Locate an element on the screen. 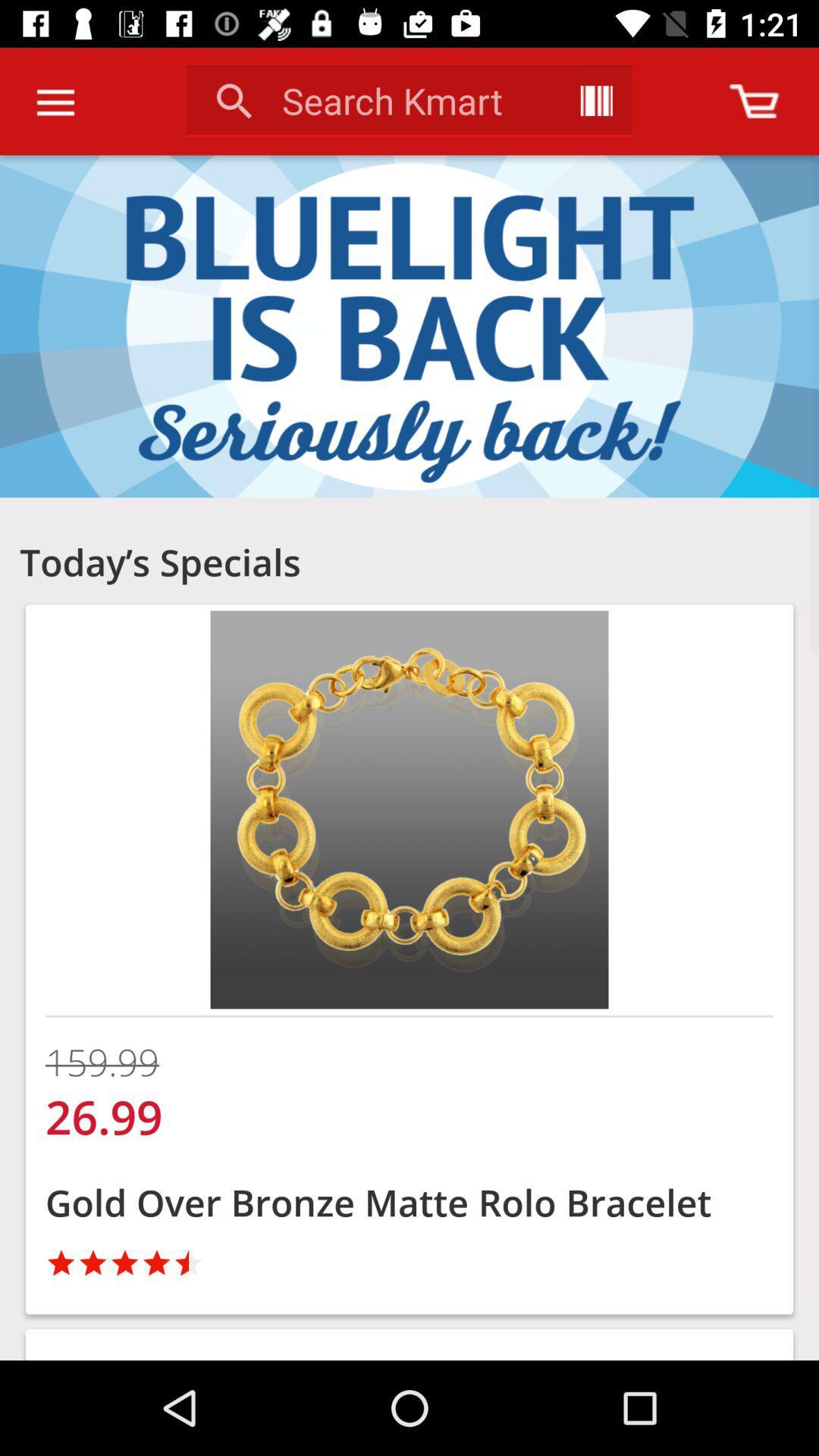 This screenshot has width=819, height=1456. scan barcode is located at coordinates (595, 100).